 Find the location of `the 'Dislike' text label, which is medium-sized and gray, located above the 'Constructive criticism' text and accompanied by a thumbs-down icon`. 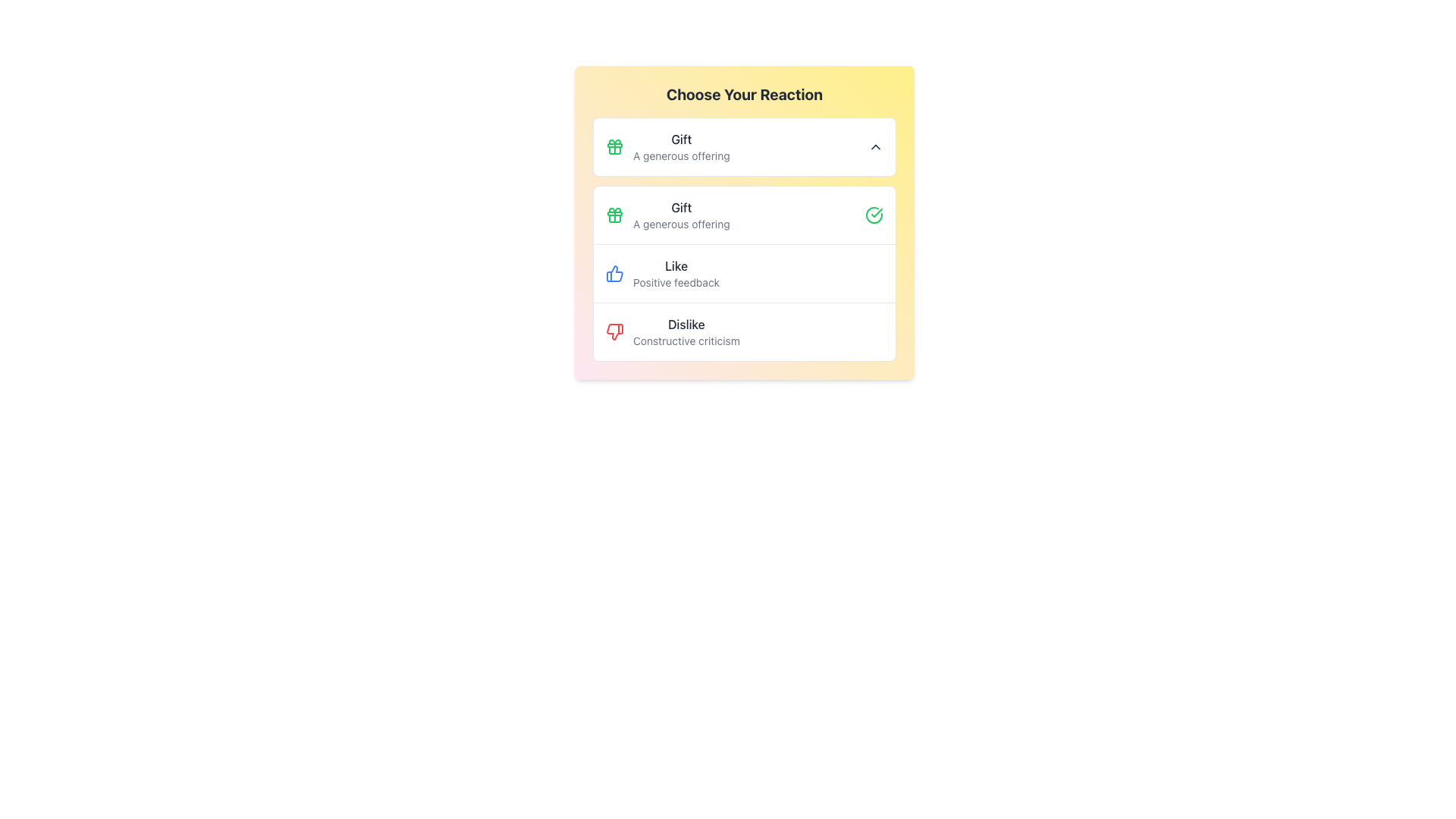

the 'Dislike' text label, which is medium-sized and gray, located above the 'Constructive criticism' text and accompanied by a thumbs-down icon is located at coordinates (686, 324).